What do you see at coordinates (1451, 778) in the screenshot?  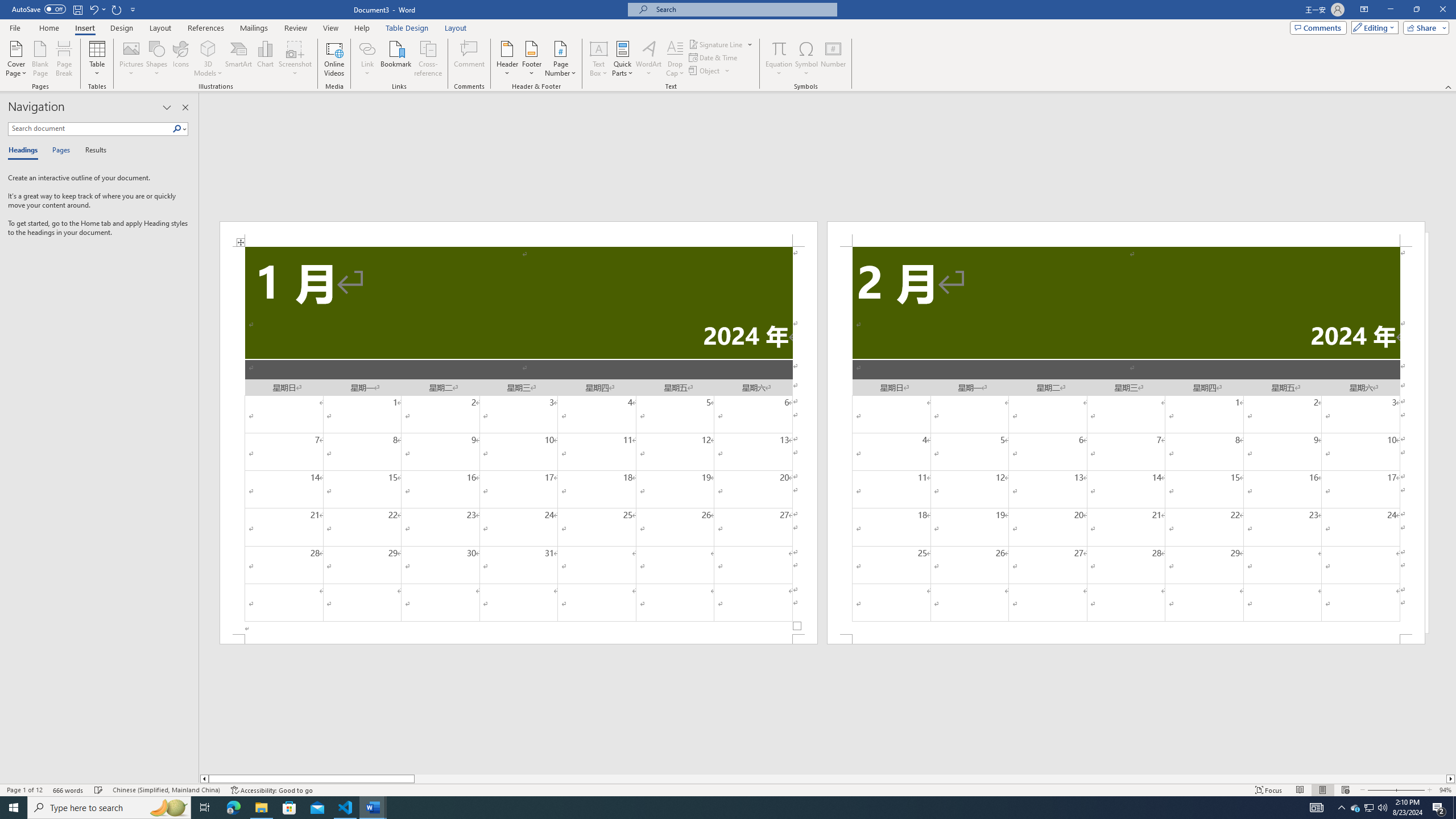 I see `'Column right'` at bounding box center [1451, 778].